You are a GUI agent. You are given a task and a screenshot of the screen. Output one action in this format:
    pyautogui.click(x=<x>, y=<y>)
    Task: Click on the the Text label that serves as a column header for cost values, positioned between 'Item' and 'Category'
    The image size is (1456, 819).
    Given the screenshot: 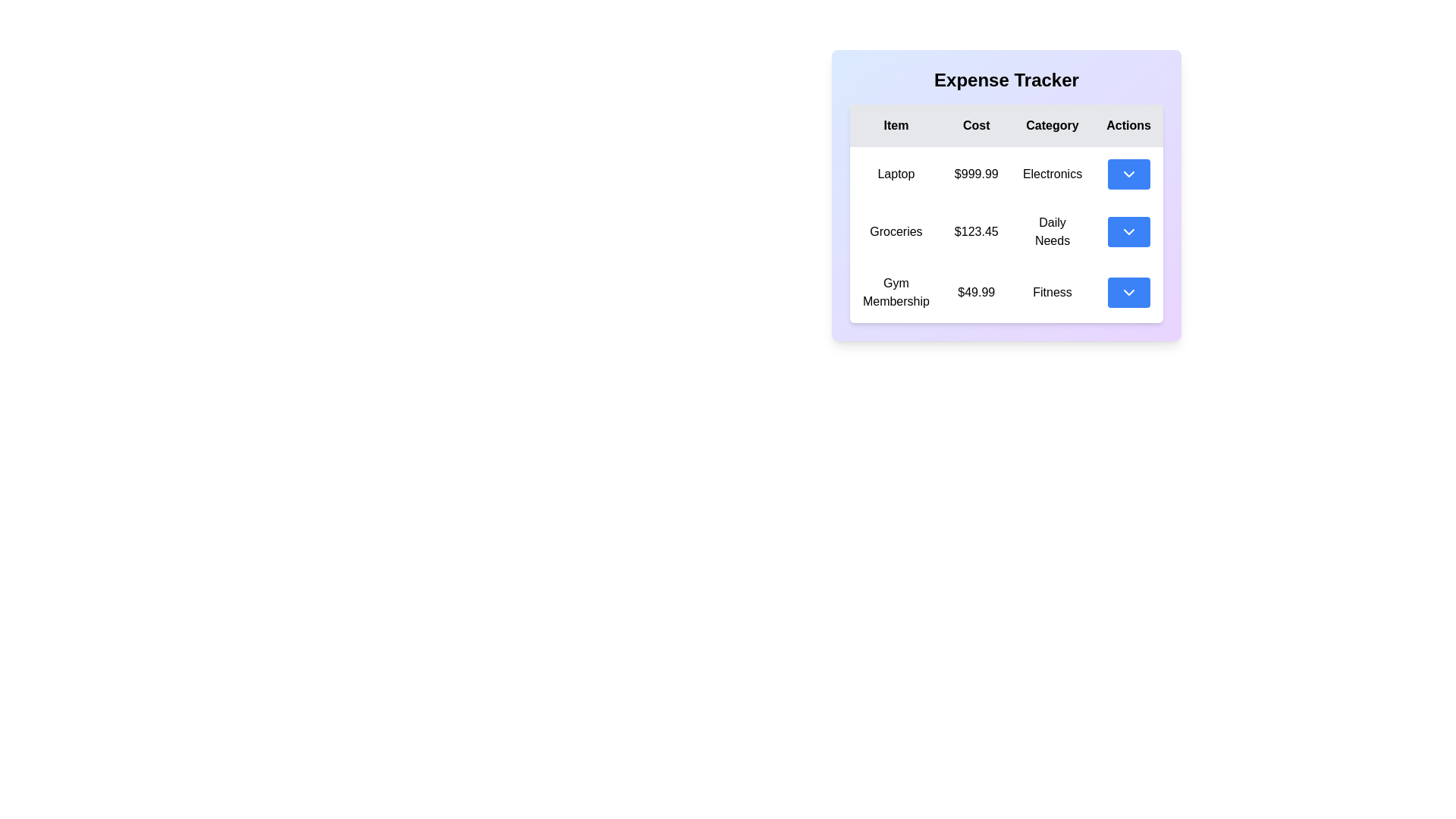 What is the action you would take?
    pyautogui.click(x=976, y=124)
    